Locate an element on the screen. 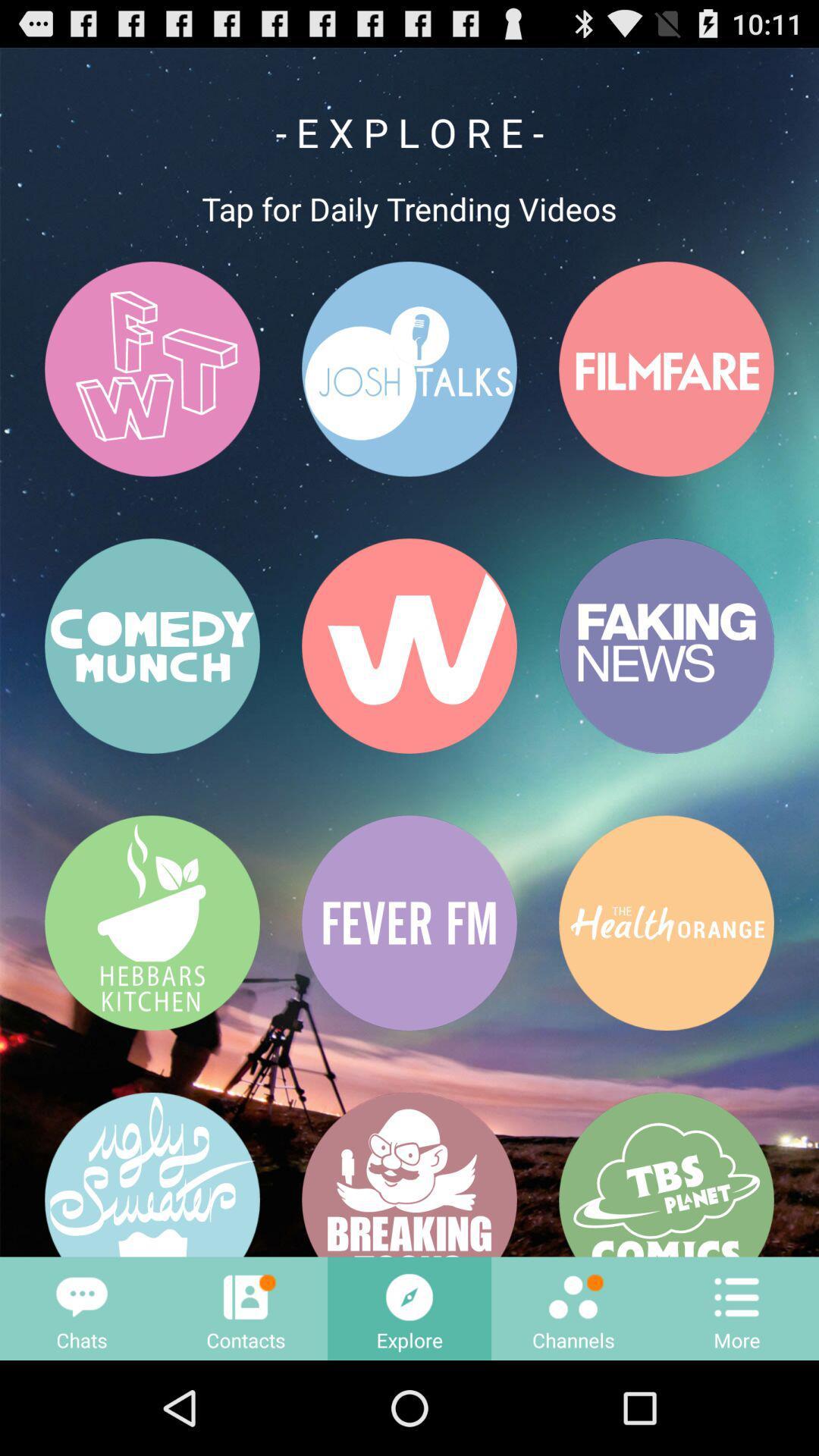 This screenshot has width=819, height=1456. the button that having a text breaking is located at coordinates (409, 1174).